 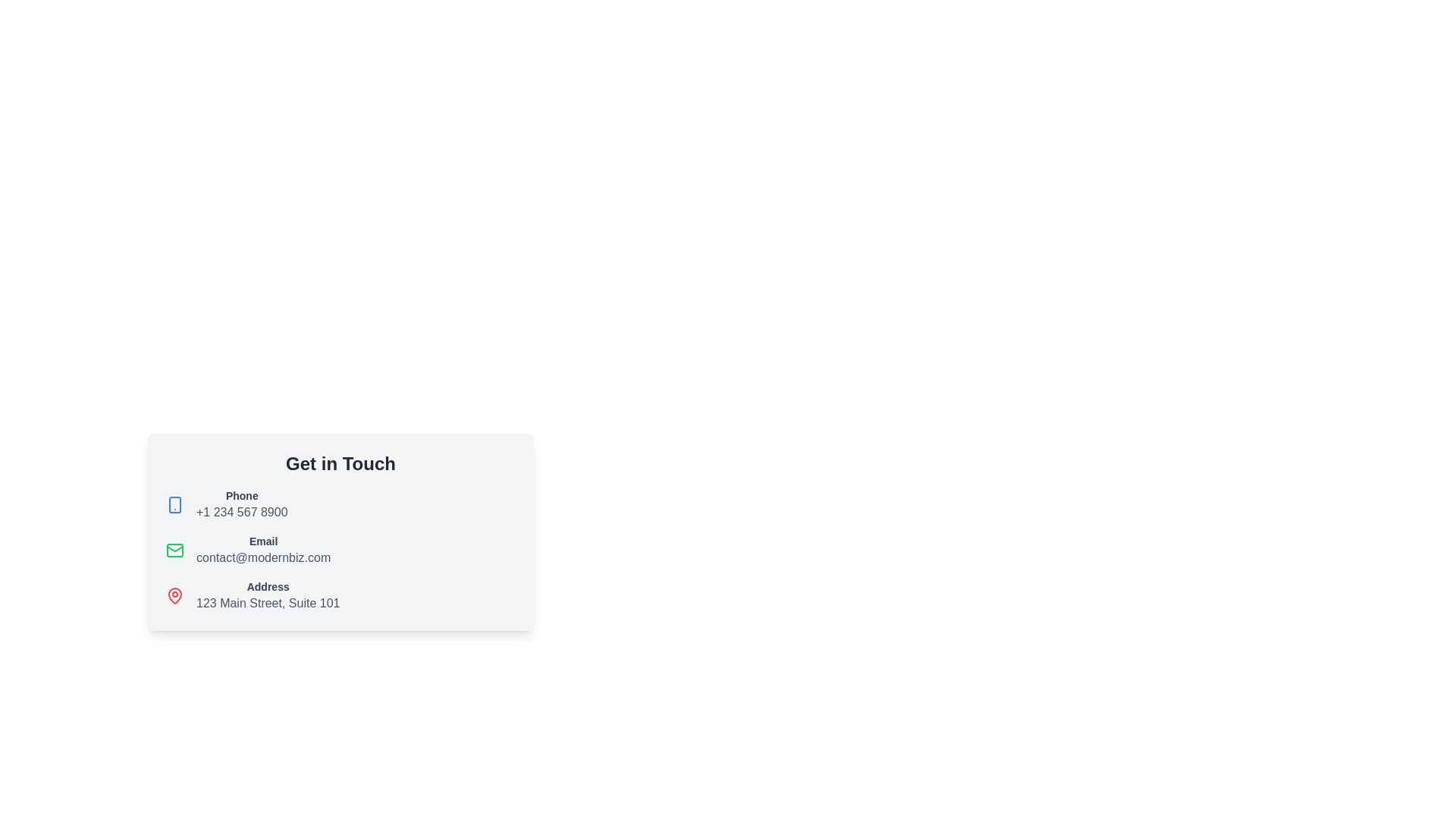 What do you see at coordinates (241, 505) in the screenshot?
I see `the Text Display element that shows the contact telephone number in the 'Get in Touch' section, positioned below the title and aligned with the smartphone icon` at bounding box center [241, 505].